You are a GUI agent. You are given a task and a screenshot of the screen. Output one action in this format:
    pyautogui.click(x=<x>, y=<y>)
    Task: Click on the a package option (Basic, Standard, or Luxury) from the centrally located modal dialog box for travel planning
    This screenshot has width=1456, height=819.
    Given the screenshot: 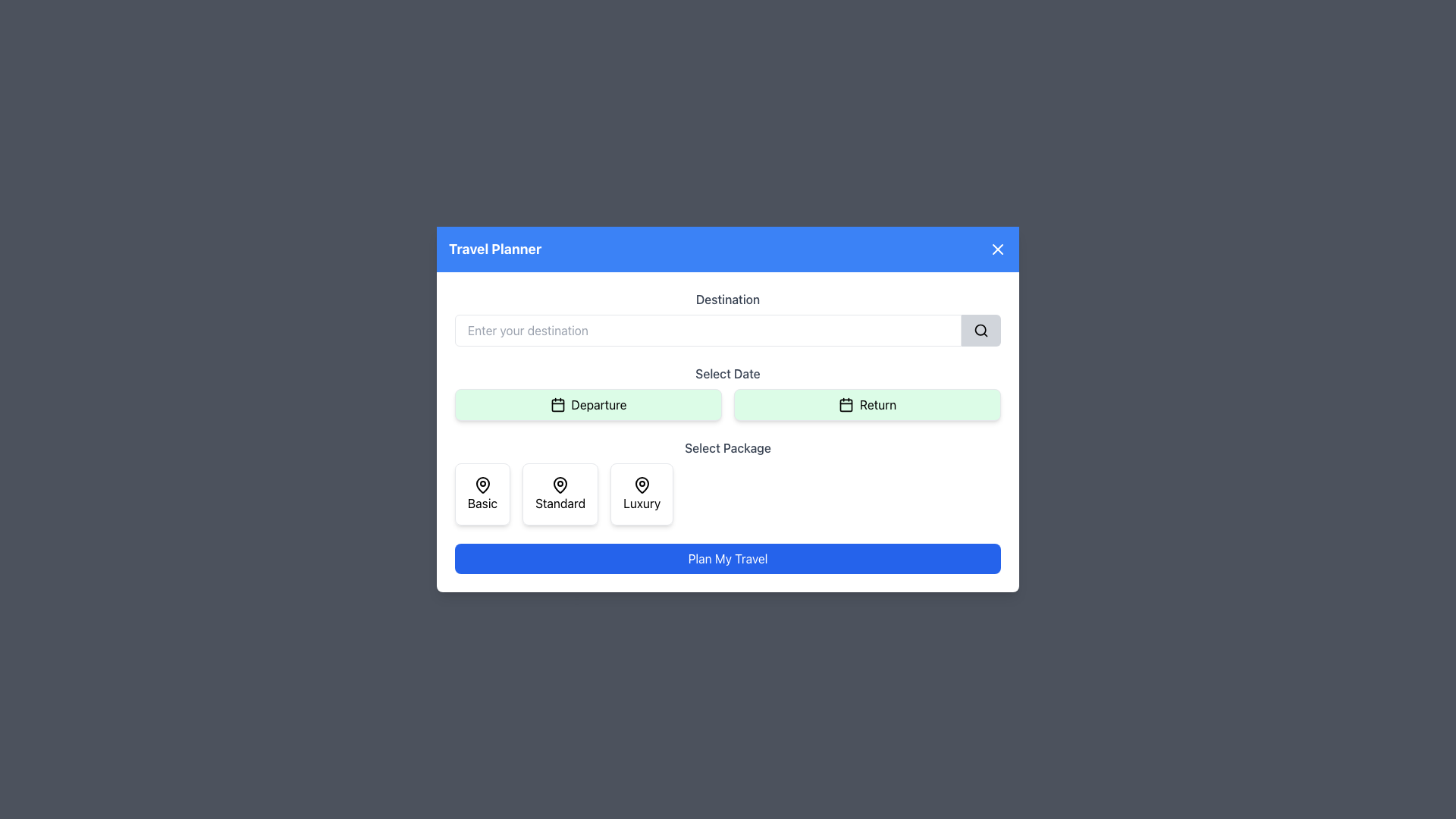 What is the action you would take?
    pyautogui.click(x=728, y=409)
    